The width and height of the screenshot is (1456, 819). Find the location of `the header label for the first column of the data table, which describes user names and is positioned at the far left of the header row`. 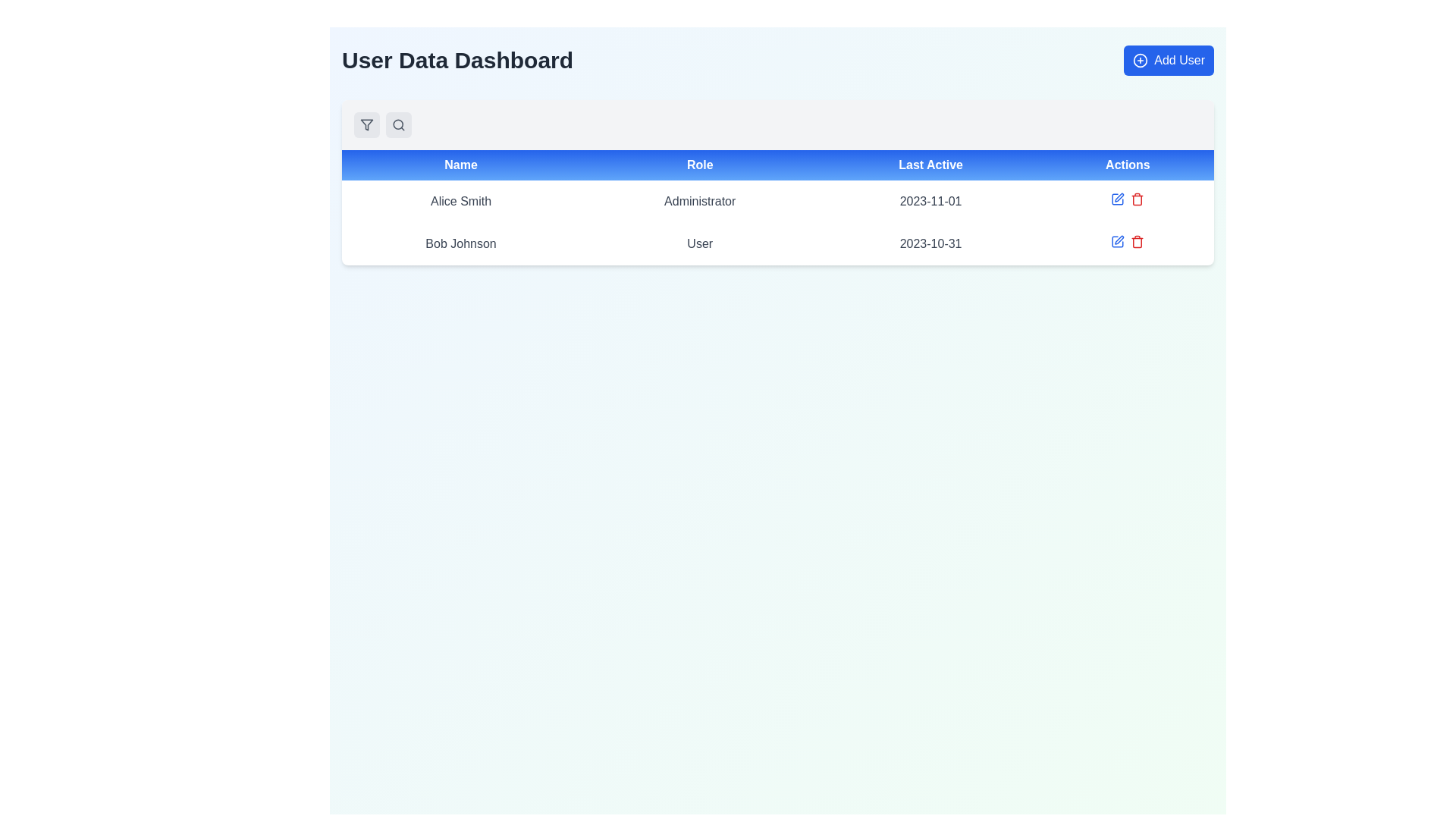

the header label for the first column of the data table, which describes user names and is positioned at the far left of the header row is located at coordinates (460, 165).